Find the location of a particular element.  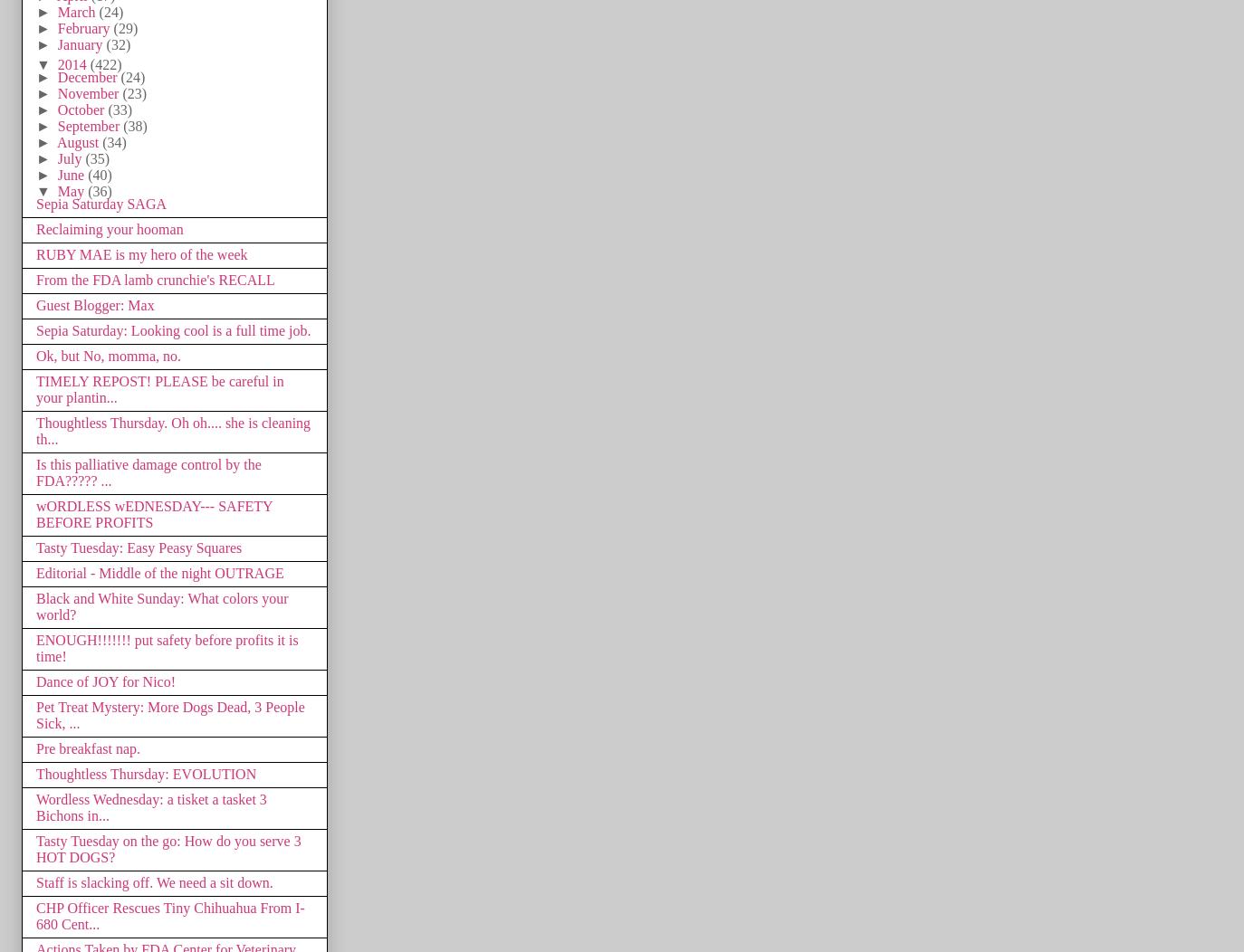

'July' is located at coordinates (70, 157).